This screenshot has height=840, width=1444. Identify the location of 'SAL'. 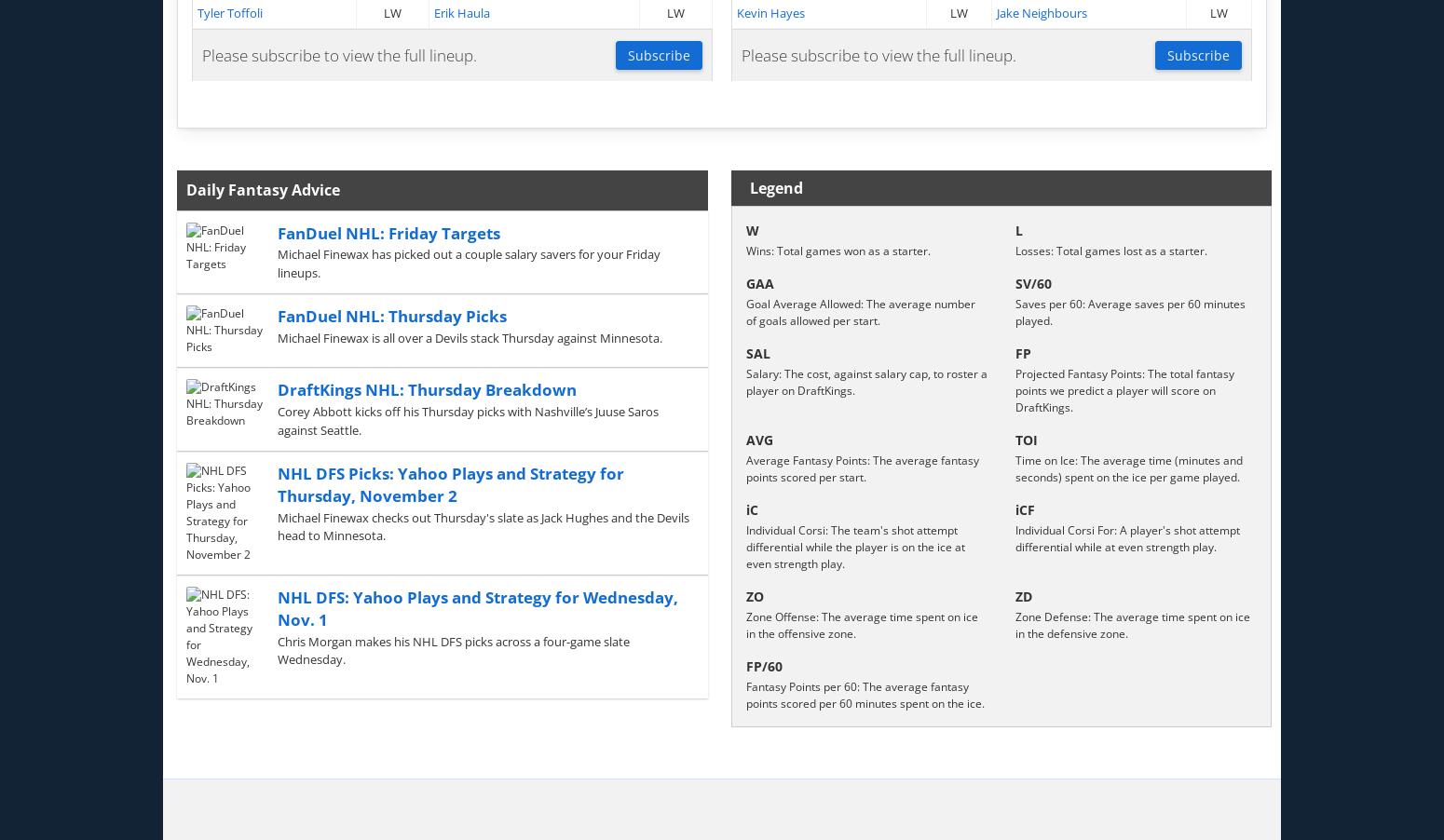
(757, 353).